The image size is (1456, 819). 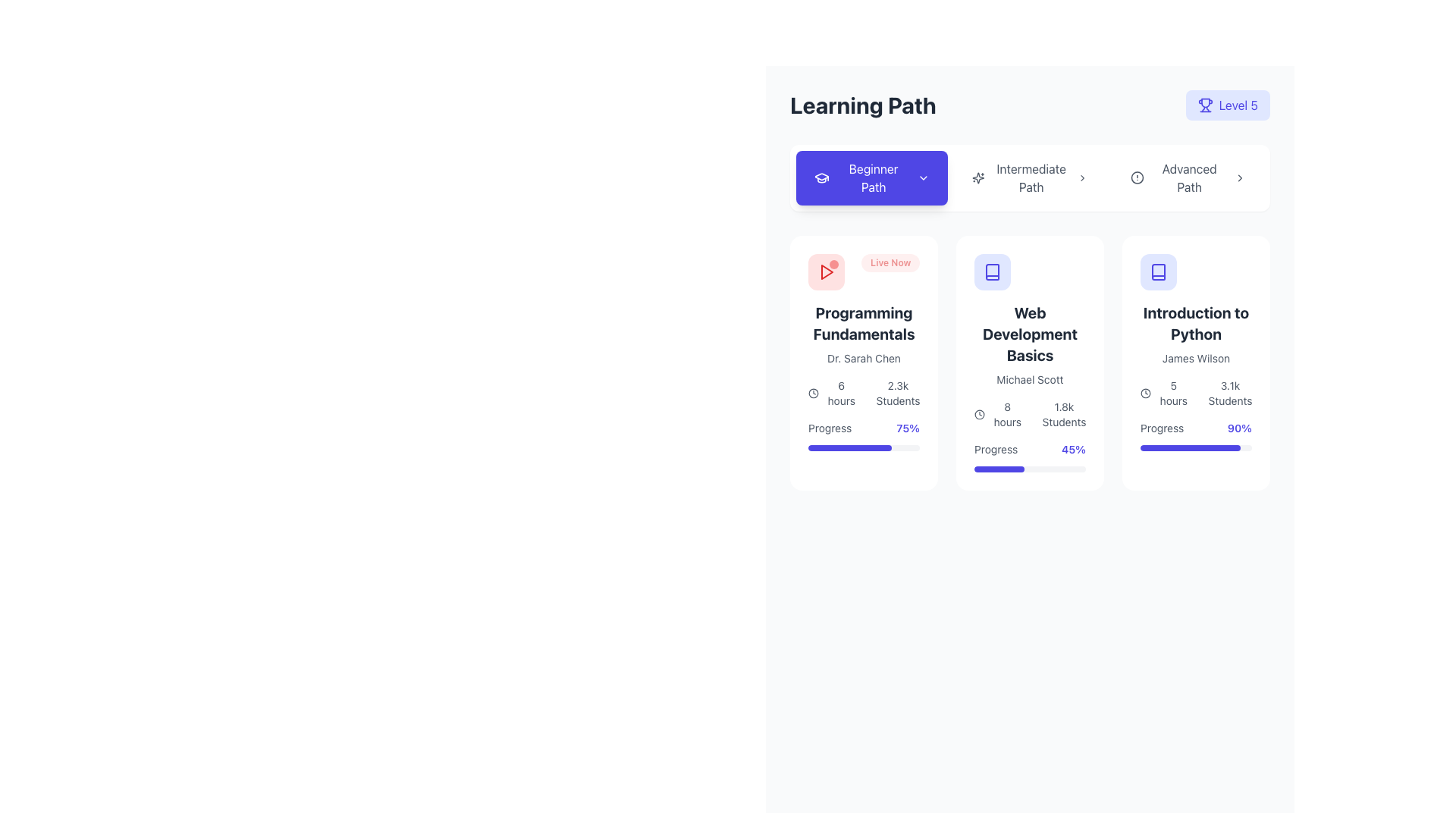 I want to click on the triangular red play icon located at the top-left corner of the 'Programming Fundamentals' card, adjacent to the 'Live Now' label, so click(x=826, y=271).